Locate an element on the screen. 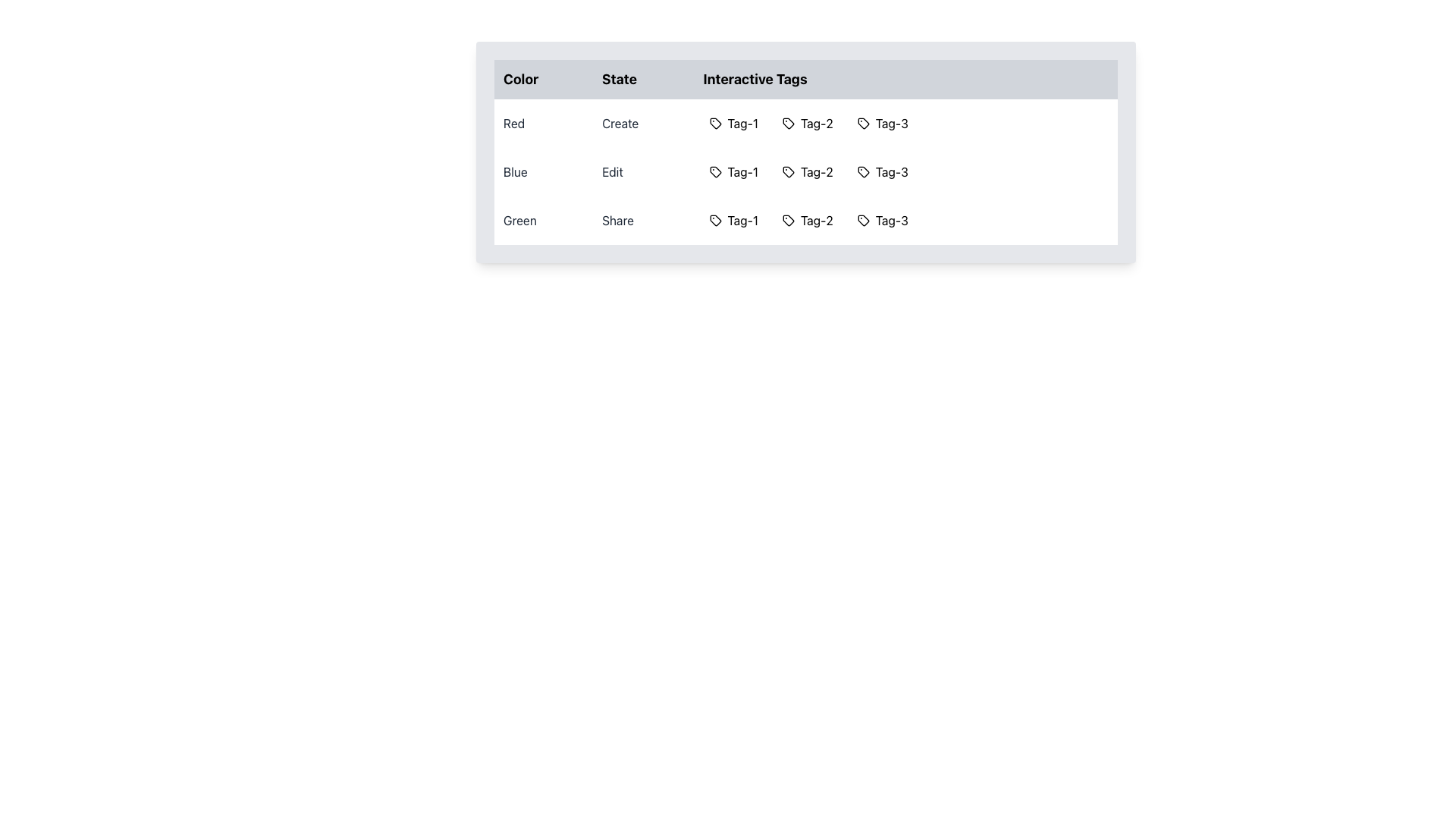 The height and width of the screenshot is (819, 1456). the tag icon representing the 'Tag-3' label in the first row of the table under the 'Interactive Tags' column is located at coordinates (863, 122).